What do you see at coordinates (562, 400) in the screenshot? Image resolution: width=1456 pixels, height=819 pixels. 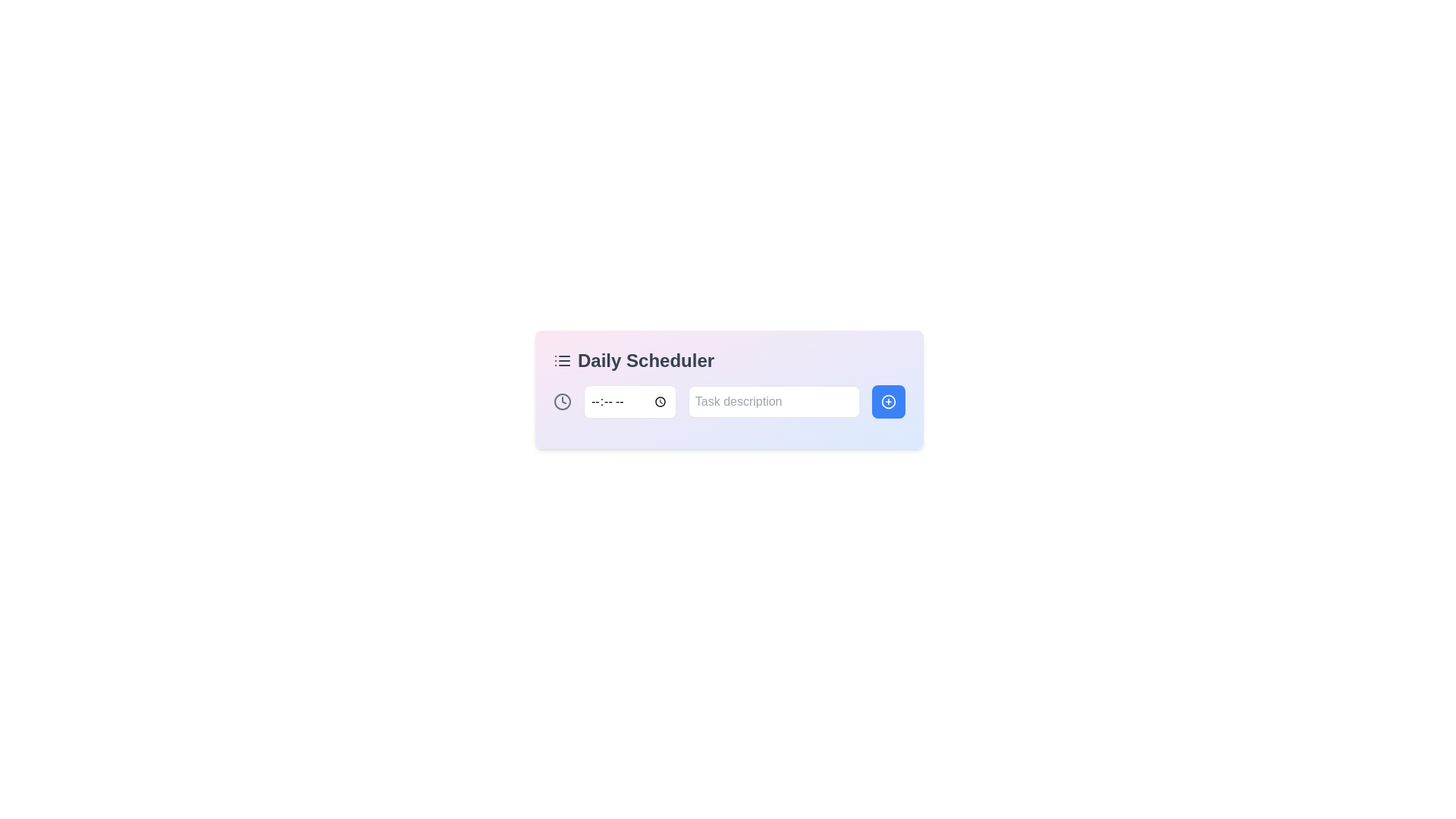 I see `the circular drawable element within the clock icon located in the leftmost part of the interactive card layout` at bounding box center [562, 400].